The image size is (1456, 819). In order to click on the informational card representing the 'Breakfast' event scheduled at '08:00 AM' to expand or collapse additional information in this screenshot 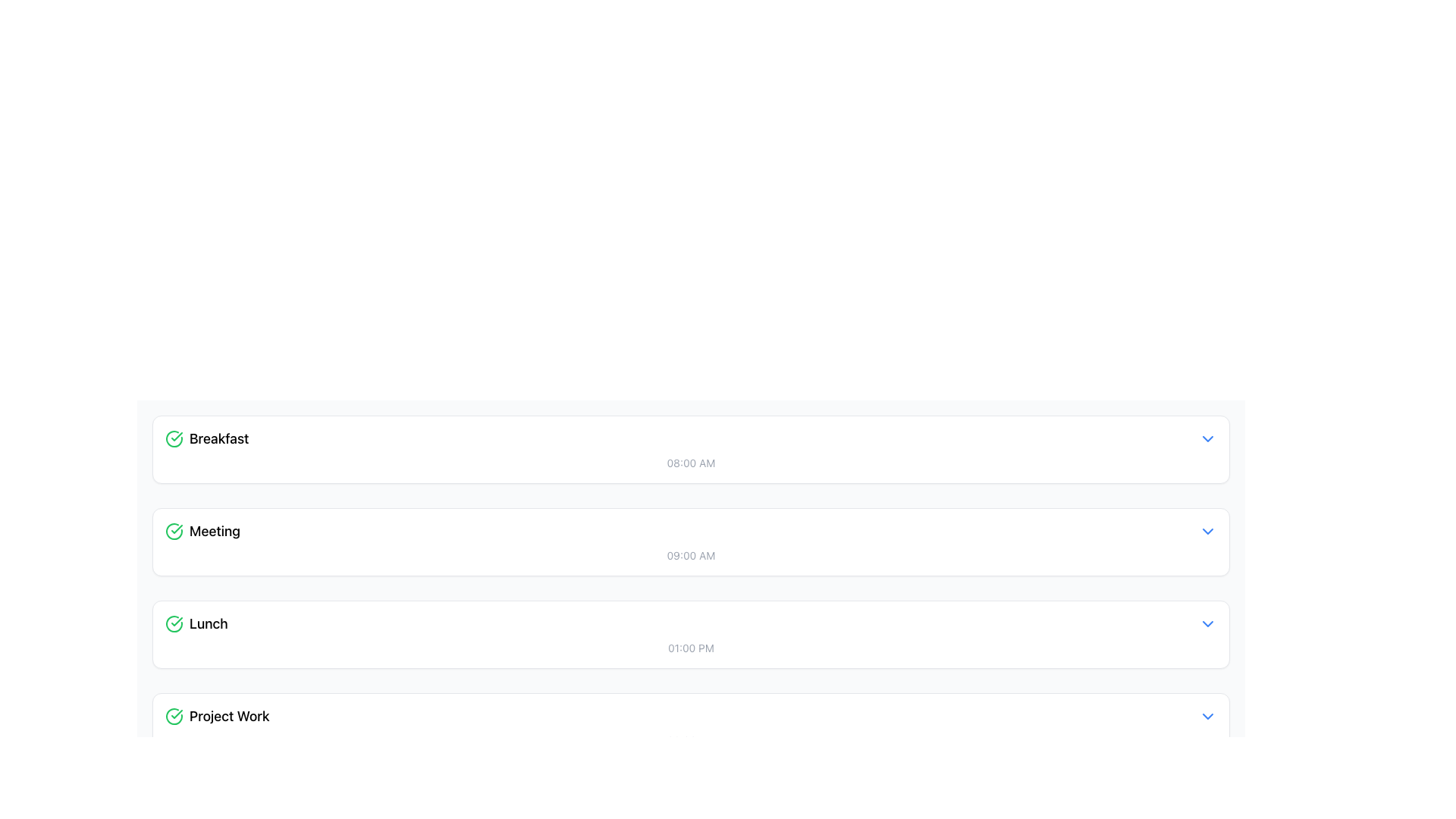, I will do `click(690, 449)`.